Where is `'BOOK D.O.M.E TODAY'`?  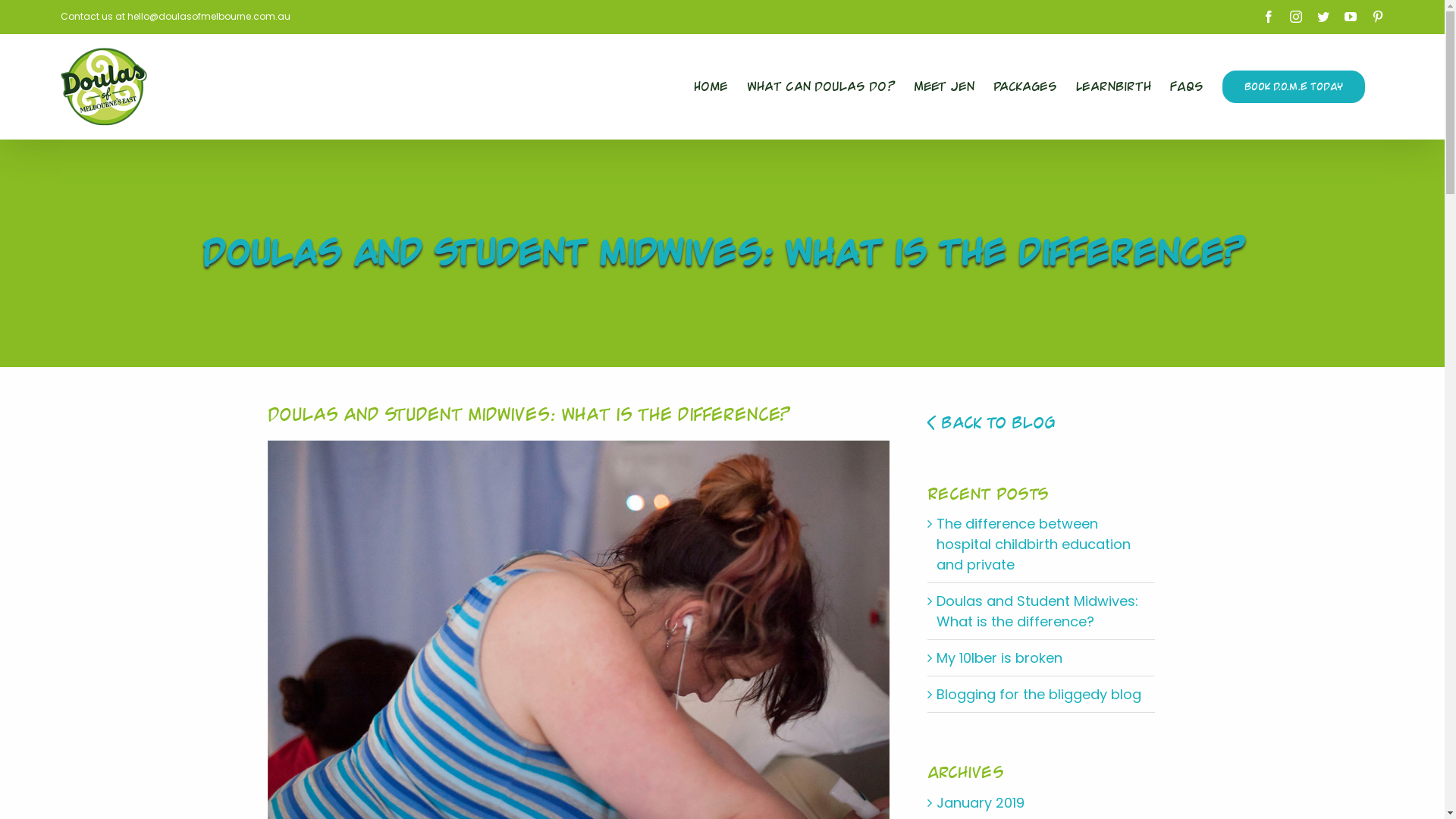
'BOOK D.O.M.E TODAY' is located at coordinates (1222, 86).